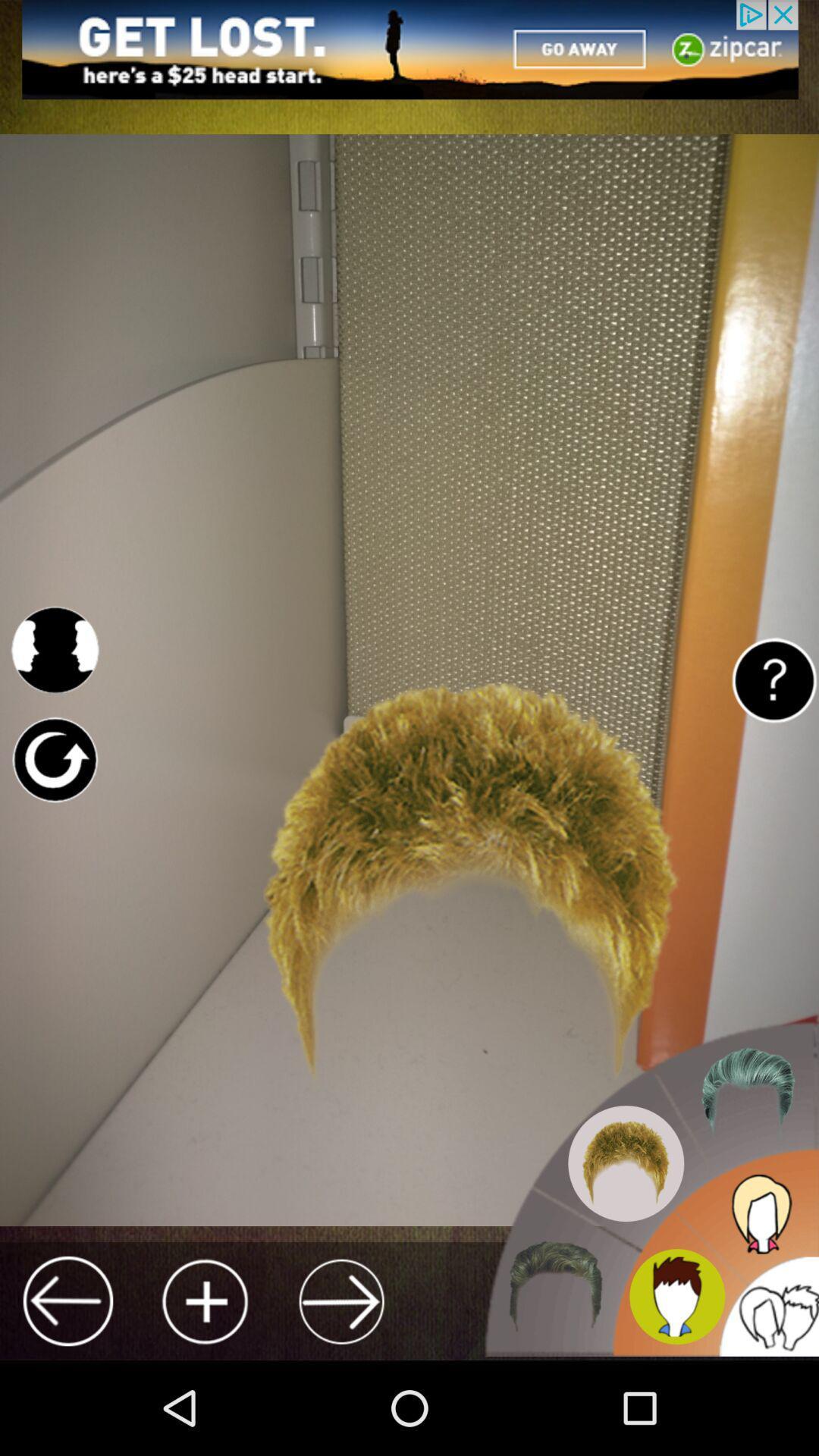  I want to click on something to hair, so click(205, 1301).